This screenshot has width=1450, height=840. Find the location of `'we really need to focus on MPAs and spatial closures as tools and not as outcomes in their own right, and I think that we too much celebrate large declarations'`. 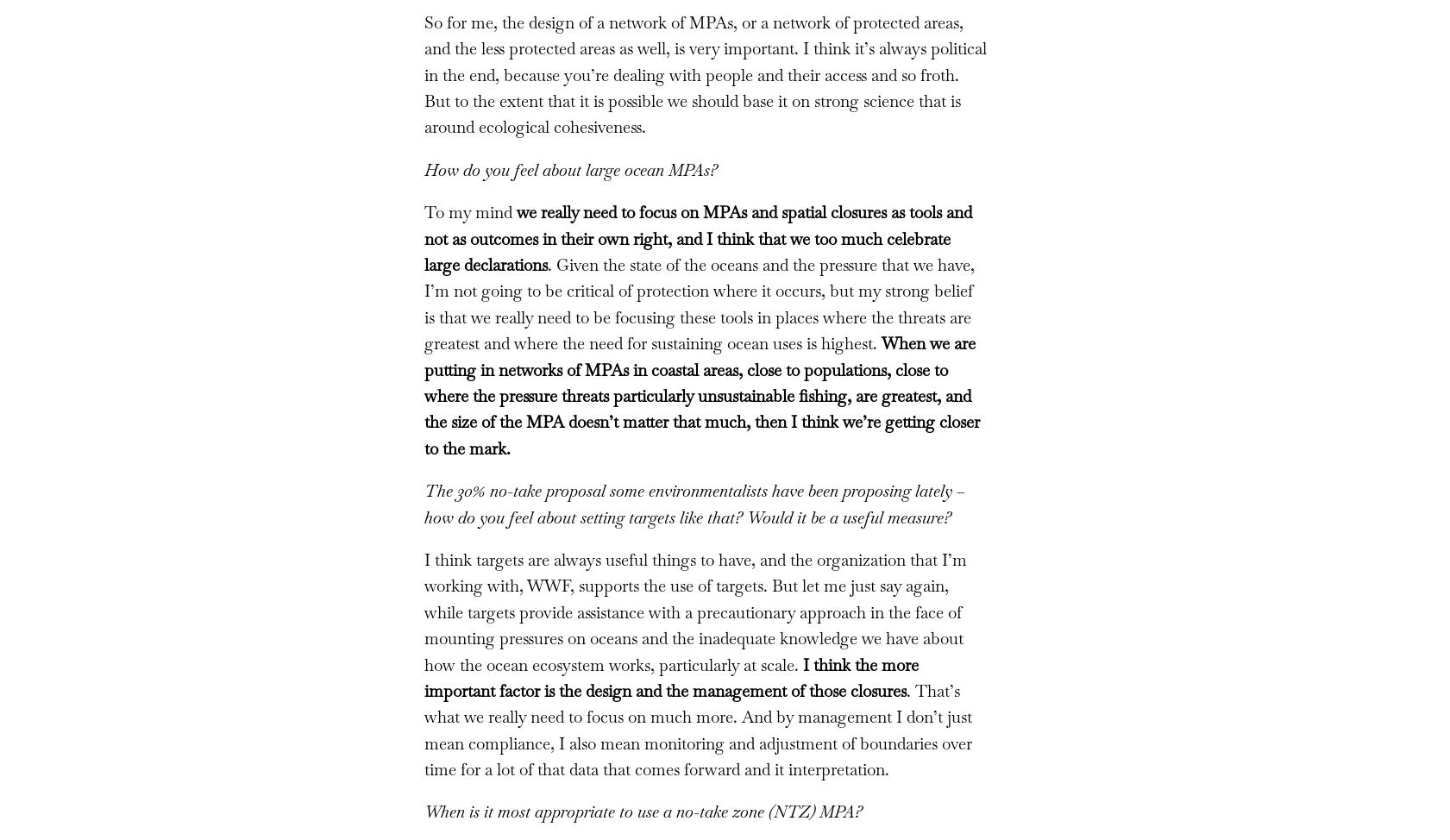

'we really need to focus on MPAs and spatial closures as tools and not as outcomes in their own right, and I think that we too much celebrate large declarations' is located at coordinates (697, 238).